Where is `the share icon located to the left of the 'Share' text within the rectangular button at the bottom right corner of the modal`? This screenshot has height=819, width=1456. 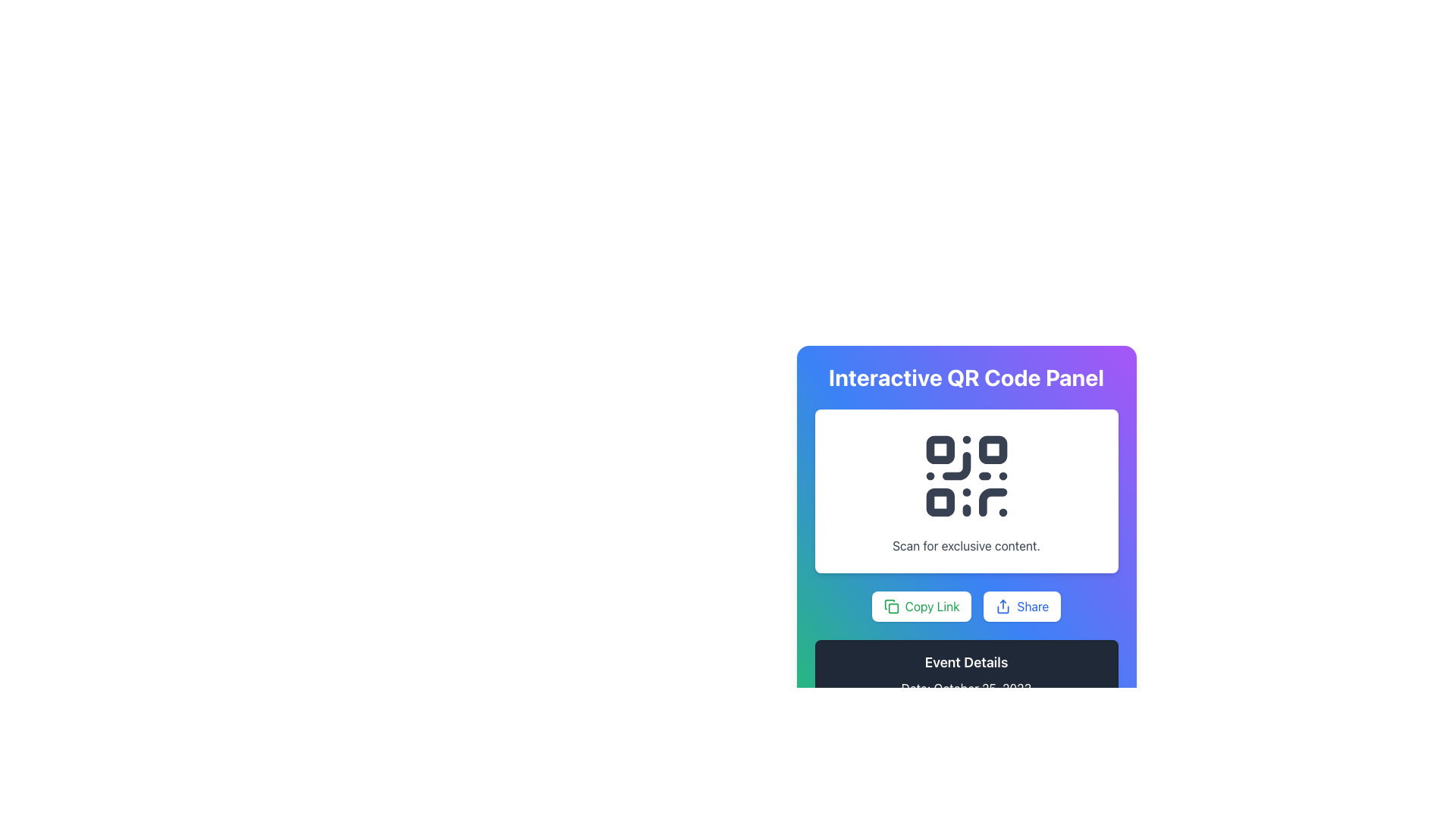 the share icon located to the left of the 'Share' text within the rectangular button at the bottom right corner of the modal is located at coordinates (1003, 605).